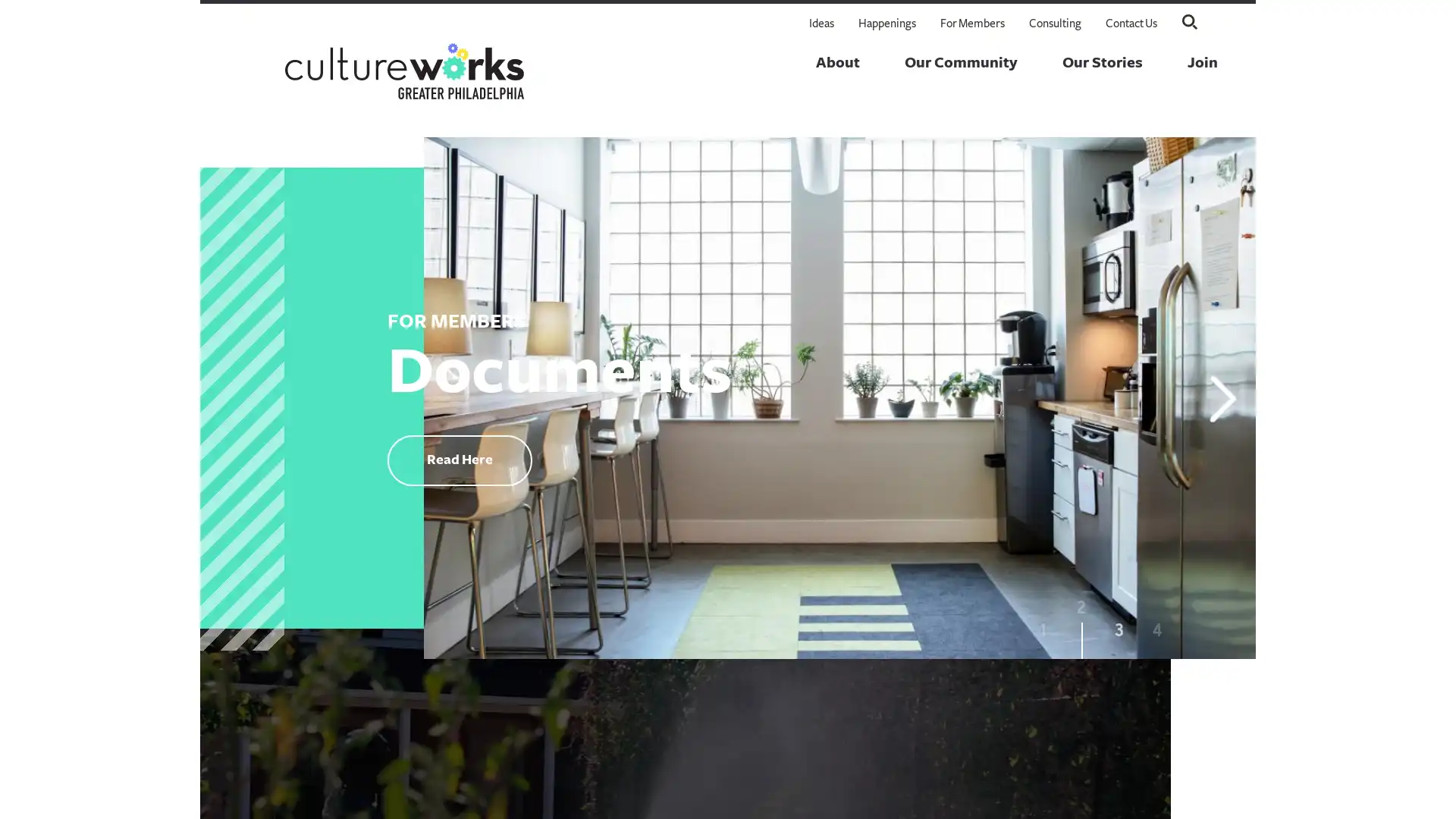 This screenshot has height=819, width=1456. What do you see at coordinates (1119, 635) in the screenshot?
I see `3` at bounding box center [1119, 635].